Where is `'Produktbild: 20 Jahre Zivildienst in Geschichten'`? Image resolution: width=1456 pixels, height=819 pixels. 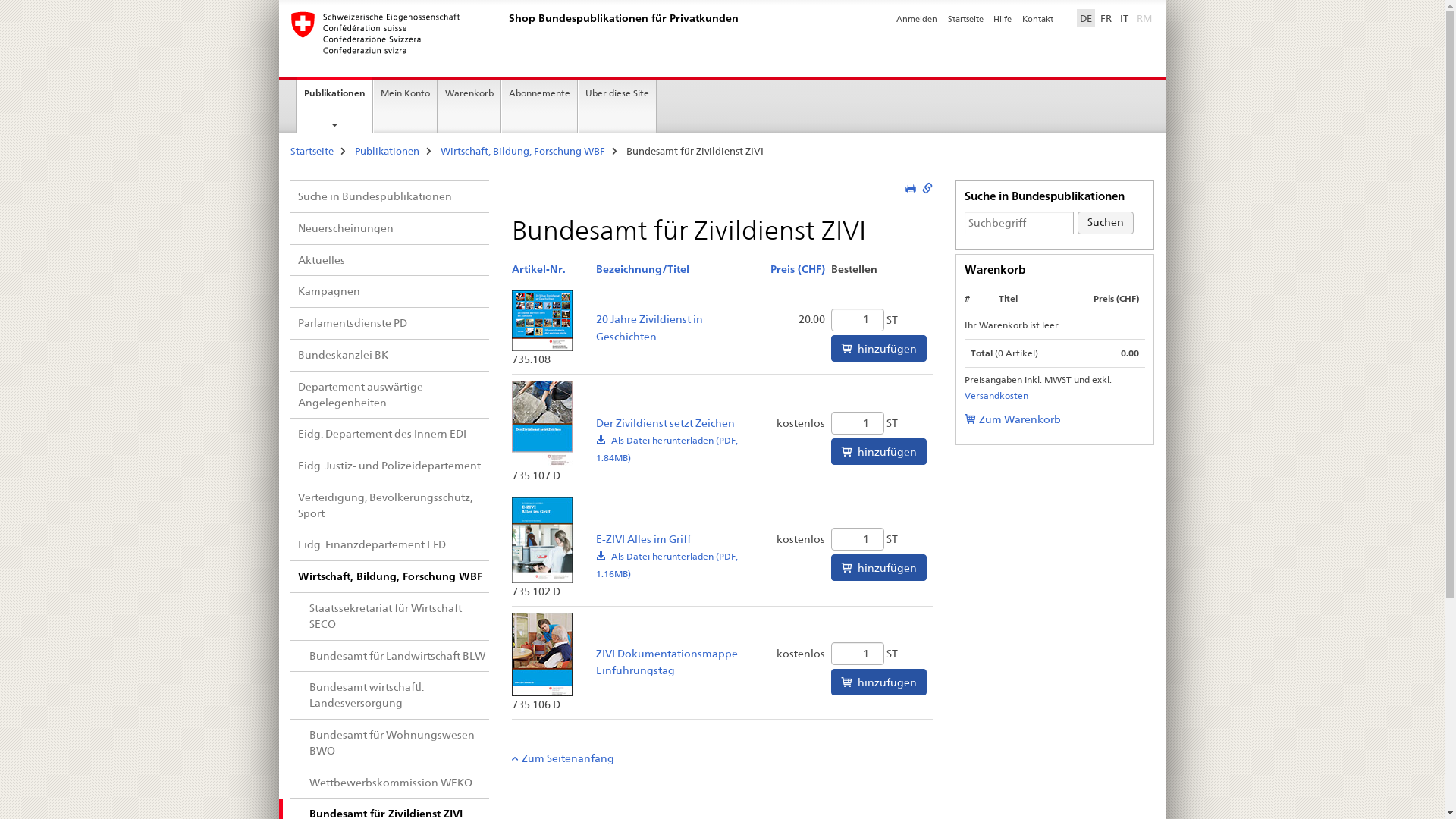 'Produktbild: 20 Jahre Zivildienst in Geschichten' is located at coordinates (542, 318).